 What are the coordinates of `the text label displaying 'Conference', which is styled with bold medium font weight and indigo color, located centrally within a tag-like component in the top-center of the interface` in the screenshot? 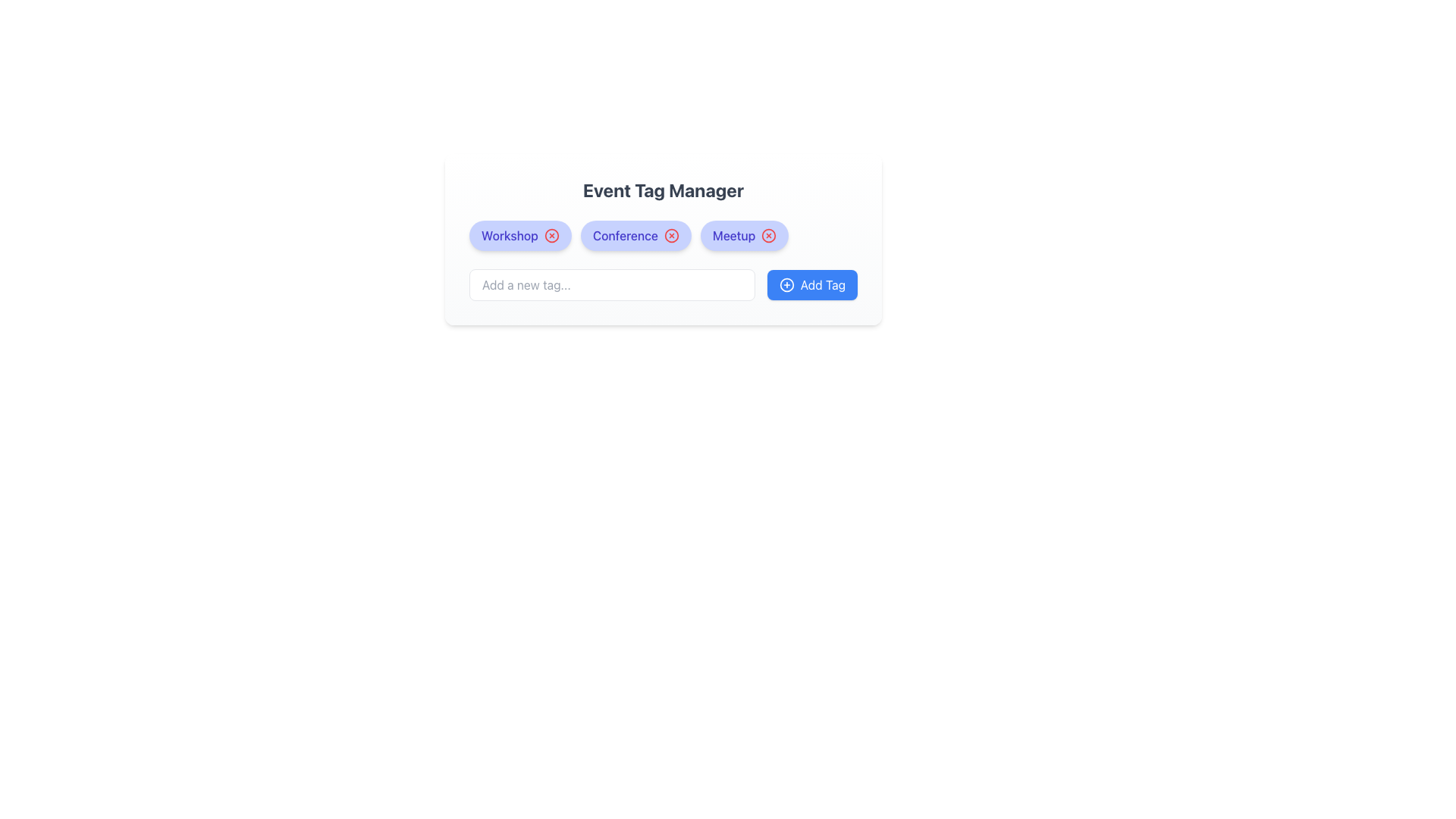 It's located at (625, 236).